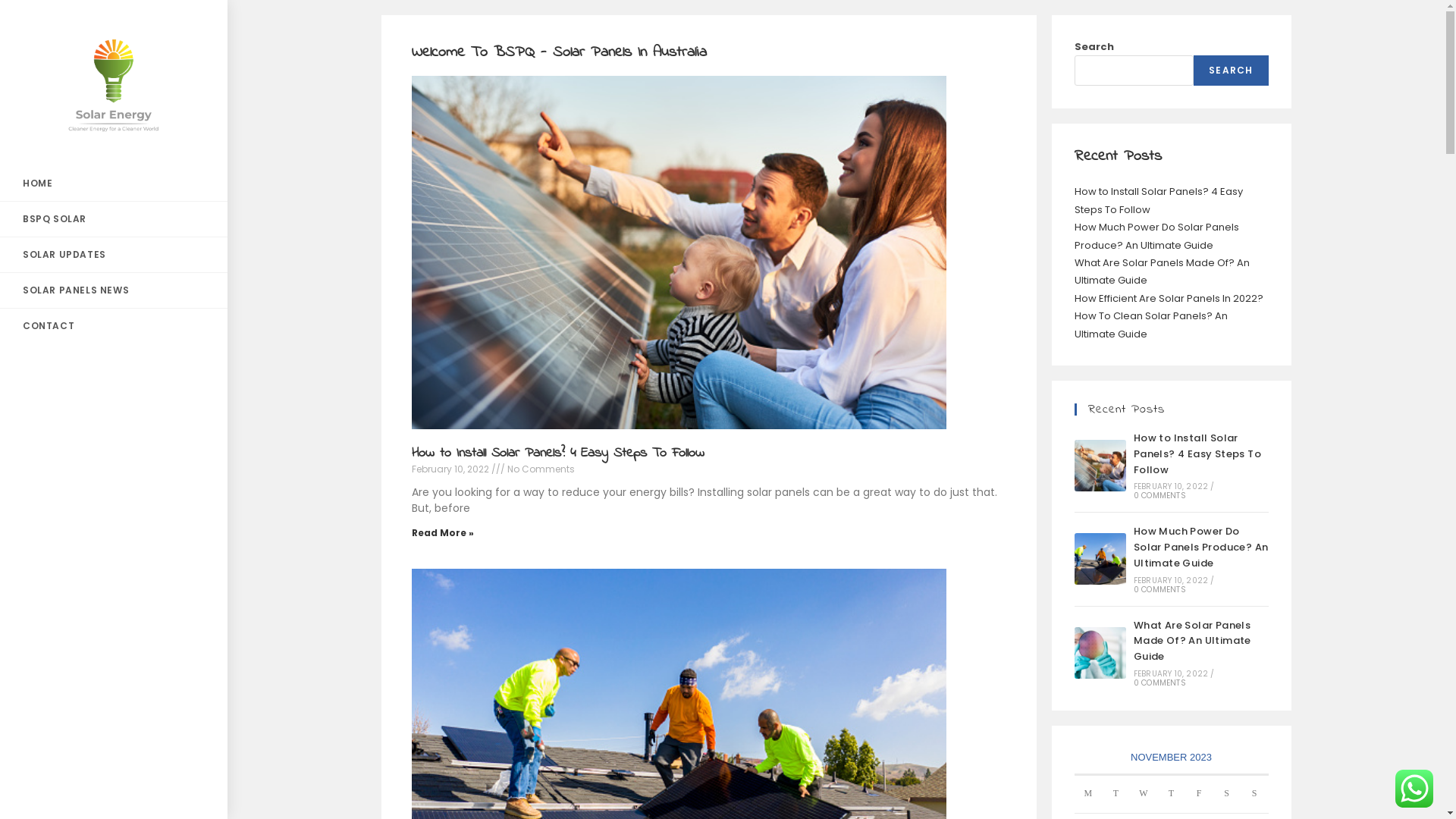 The image size is (1456, 819). Describe the element at coordinates (112, 325) in the screenshot. I see `'CONTACT'` at that location.